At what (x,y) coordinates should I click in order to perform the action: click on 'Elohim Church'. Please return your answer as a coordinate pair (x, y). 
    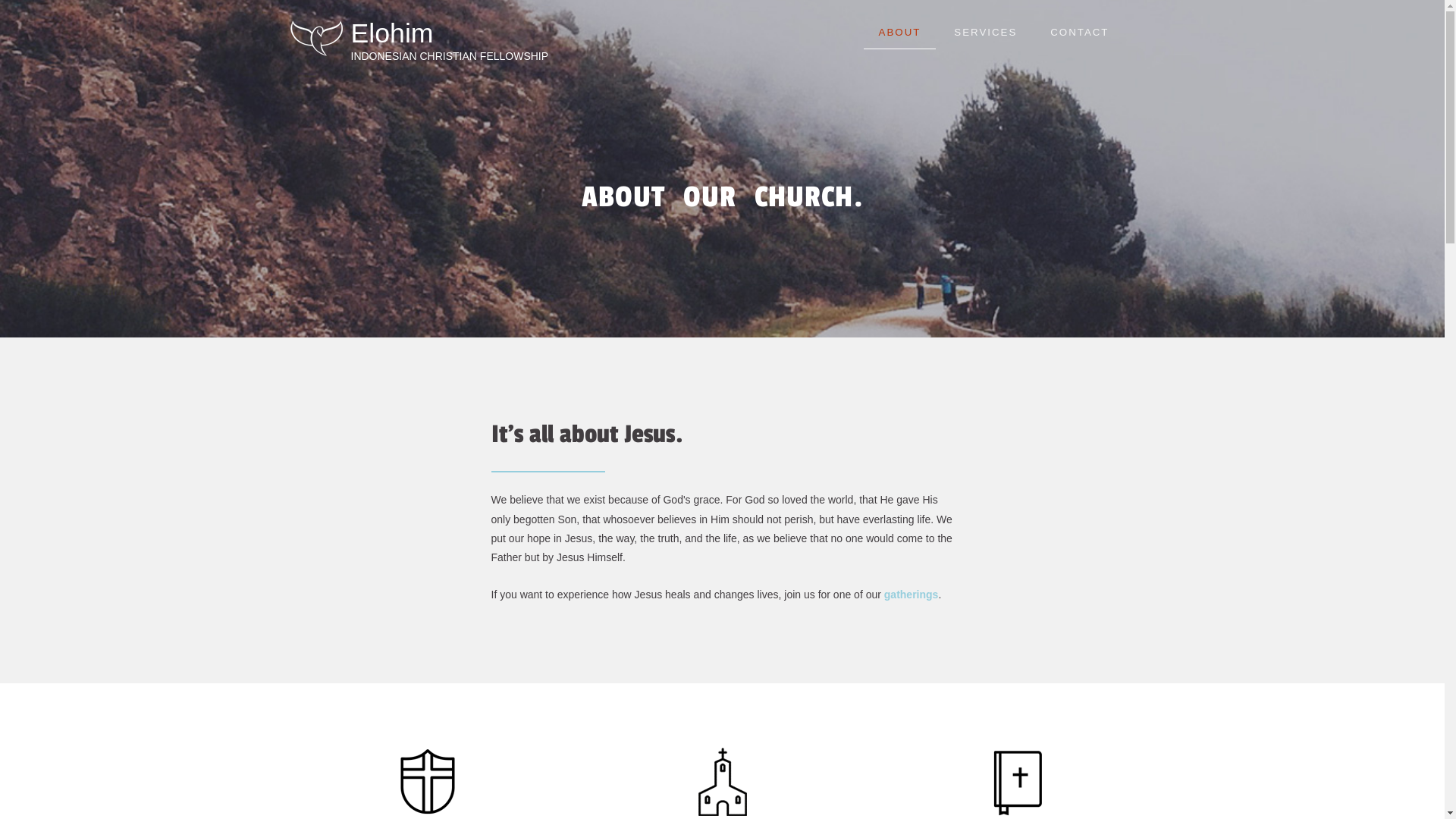
    Looking at the image, I should click on (315, 37).